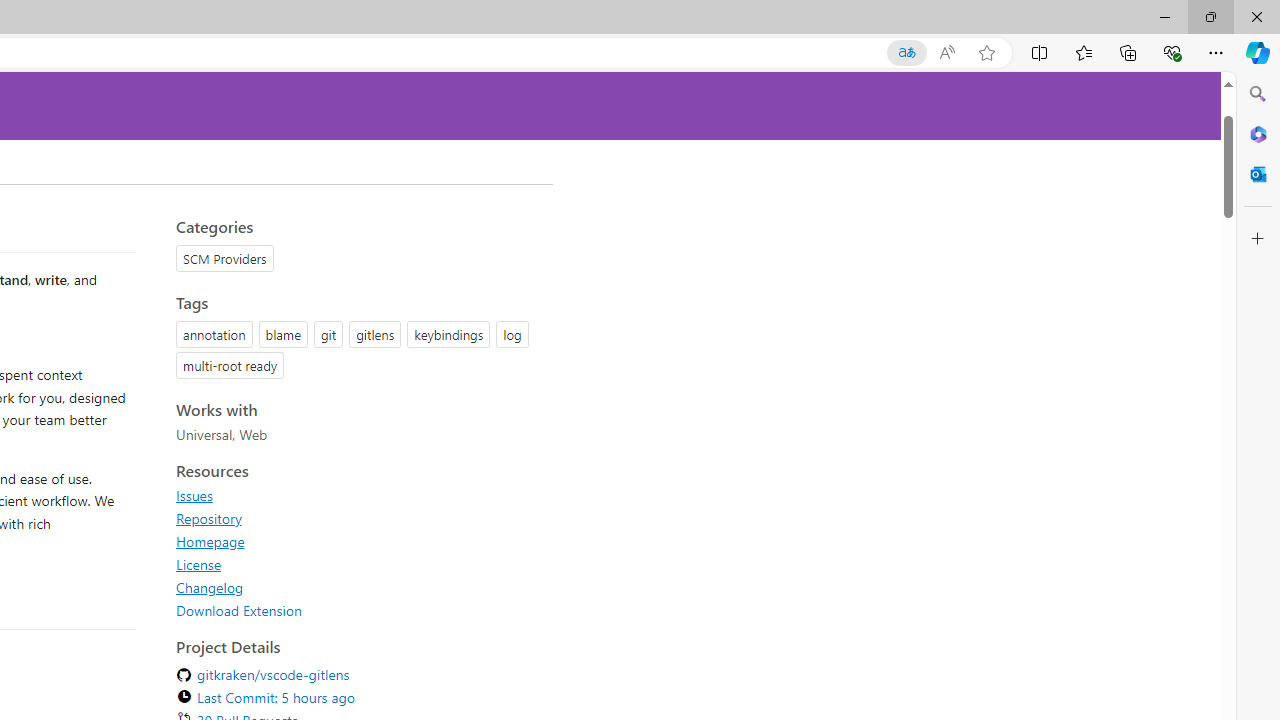  What do you see at coordinates (986, 52) in the screenshot?
I see `'Add this page to favorites (Ctrl+D)'` at bounding box center [986, 52].